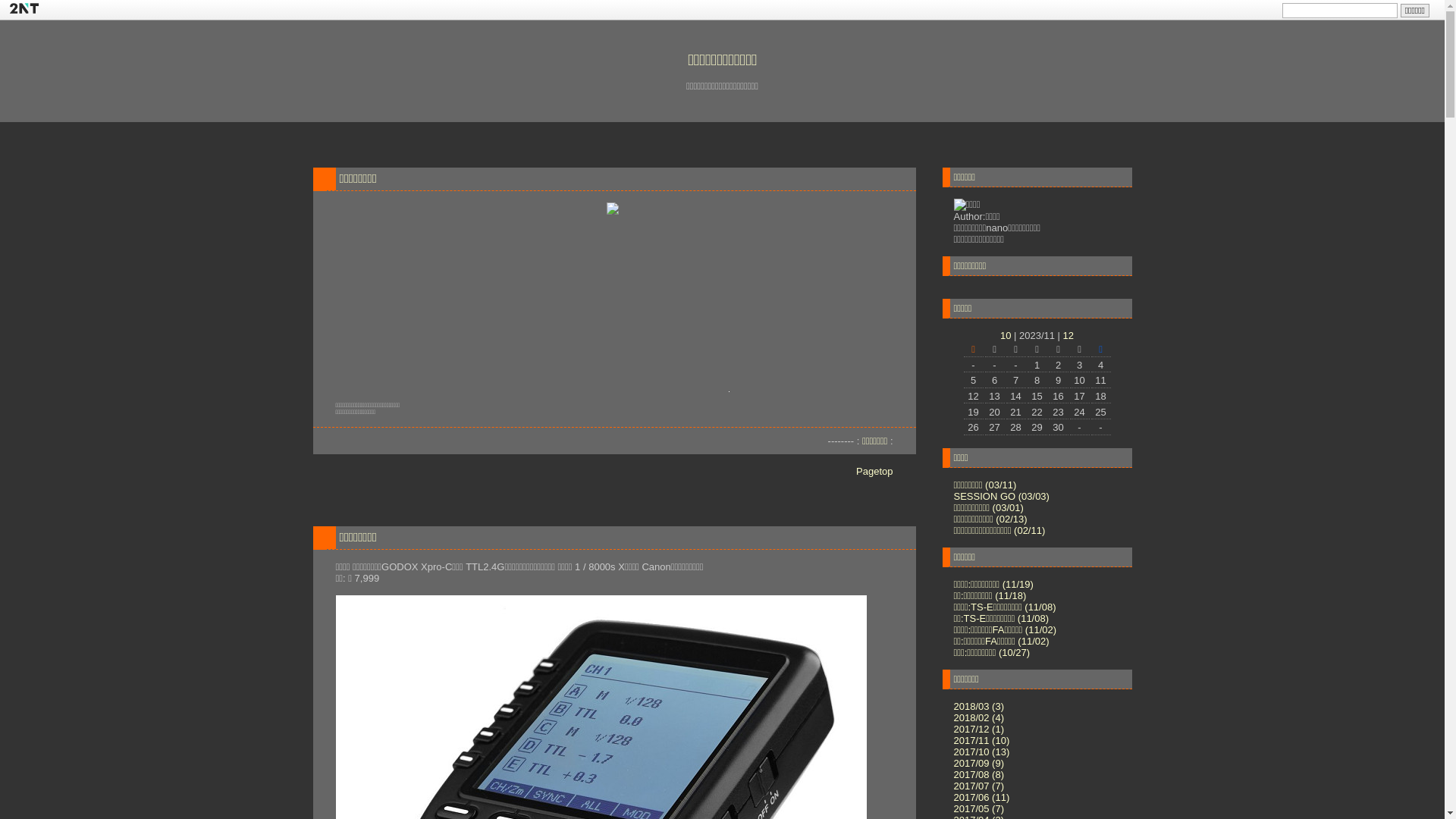 This screenshot has width=1456, height=819. What do you see at coordinates (979, 717) in the screenshot?
I see `'2018/02 (4)'` at bounding box center [979, 717].